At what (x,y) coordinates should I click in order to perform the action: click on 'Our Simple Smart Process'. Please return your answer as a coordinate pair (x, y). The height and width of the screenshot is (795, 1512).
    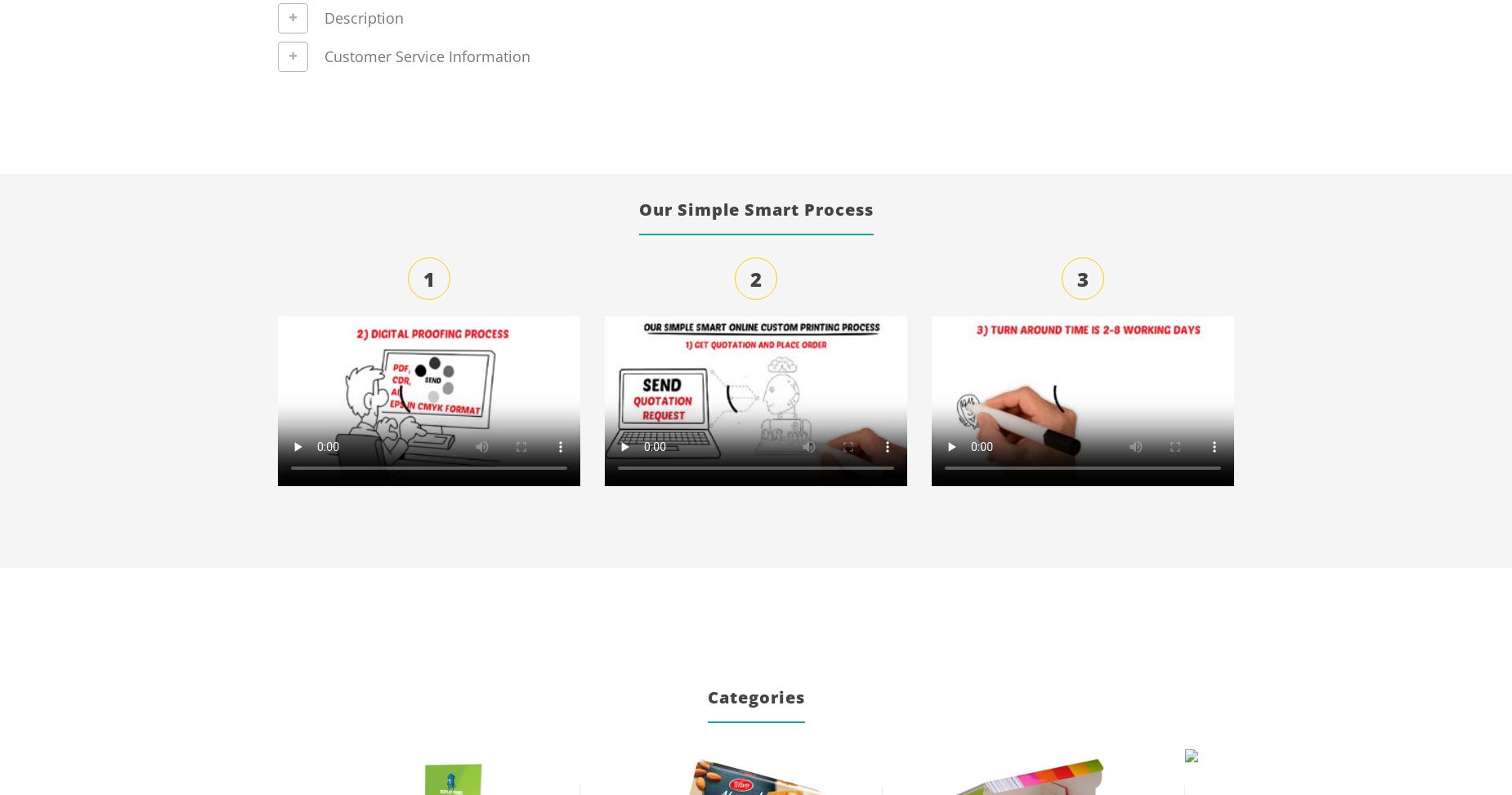
    Looking at the image, I should click on (638, 208).